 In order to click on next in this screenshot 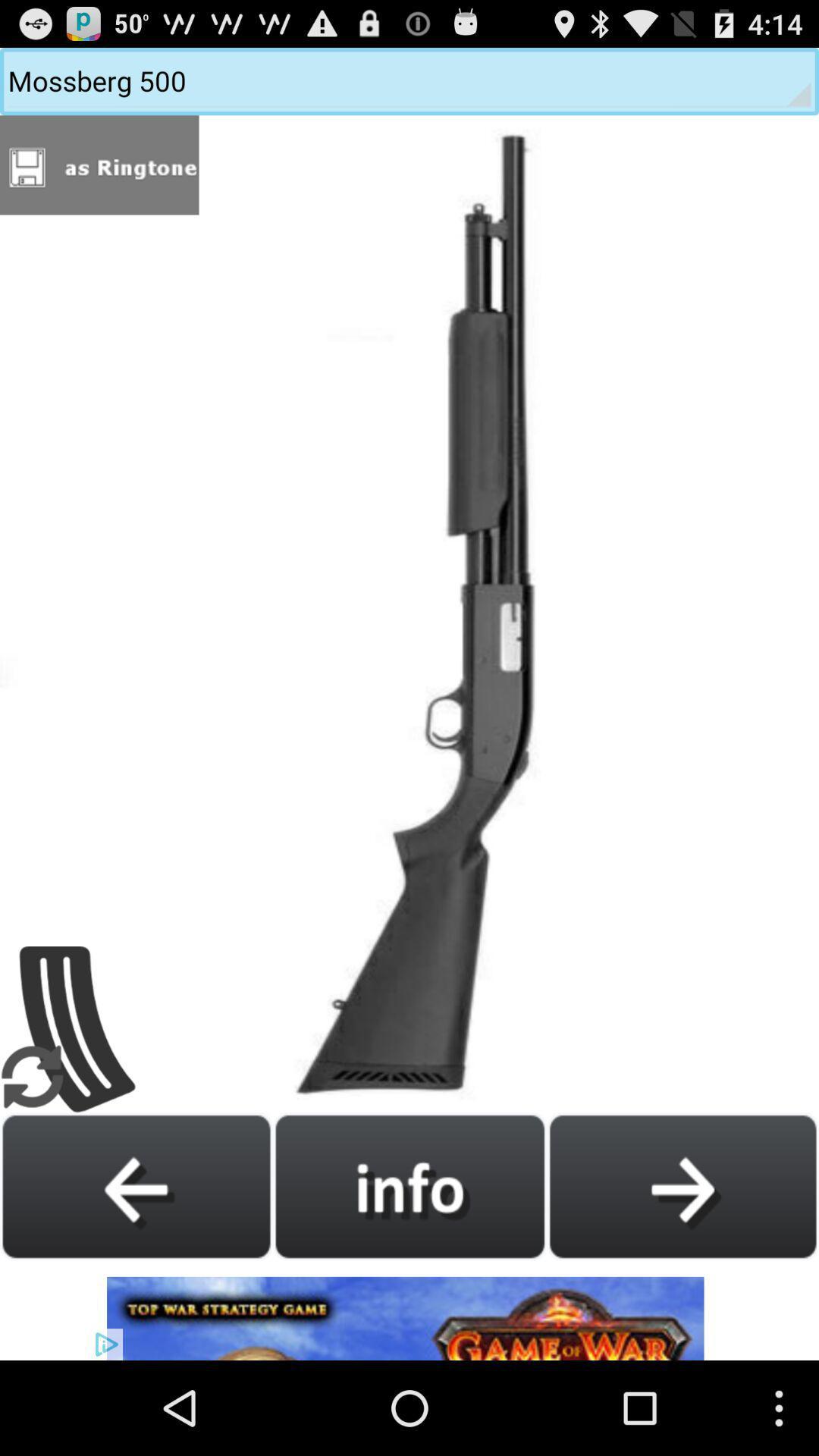, I will do `click(682, 1185)`.